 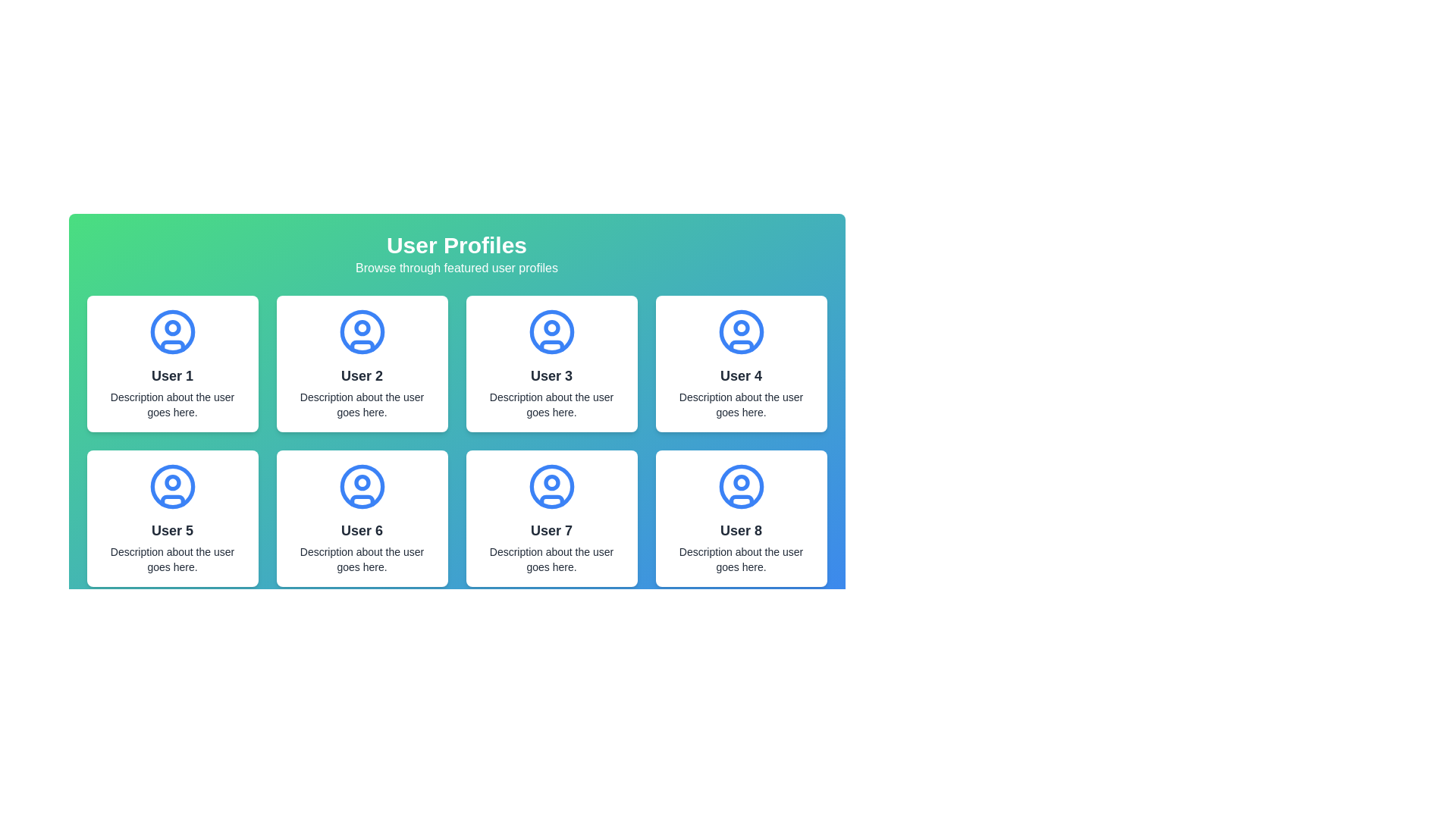 I want to click on text label providing additional information about User 8, located below the 'User 8' title text in the card, so click(x=741, y=559).